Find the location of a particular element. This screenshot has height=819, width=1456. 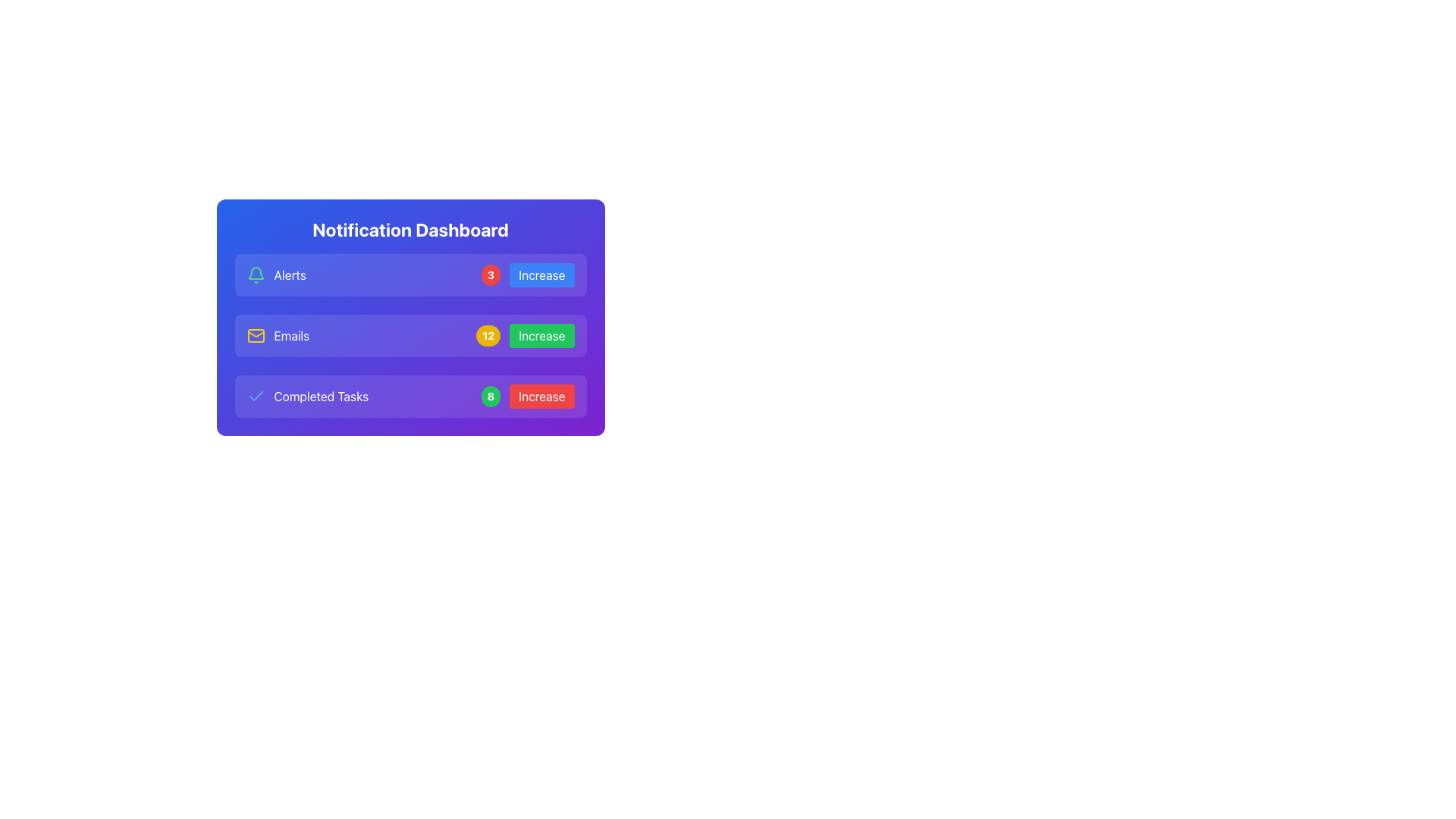

the button labeled 'Increase' with a green background and rounded corners in the 'Notification Dashboard' table to visualize its hover effects is located at coordinates (541, 335).